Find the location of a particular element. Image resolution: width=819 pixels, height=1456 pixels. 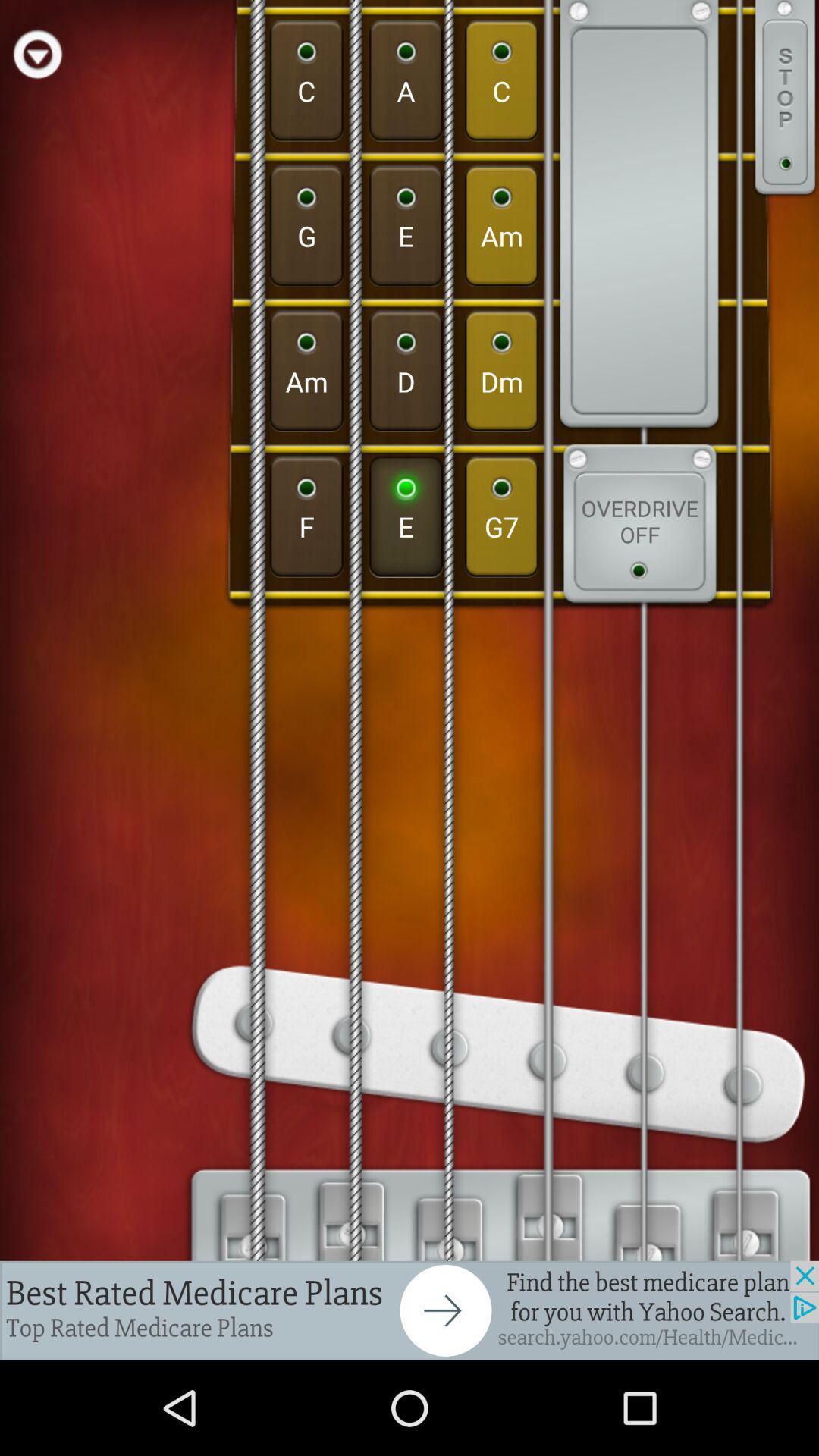

next page is located at coordinates (409, 1310).